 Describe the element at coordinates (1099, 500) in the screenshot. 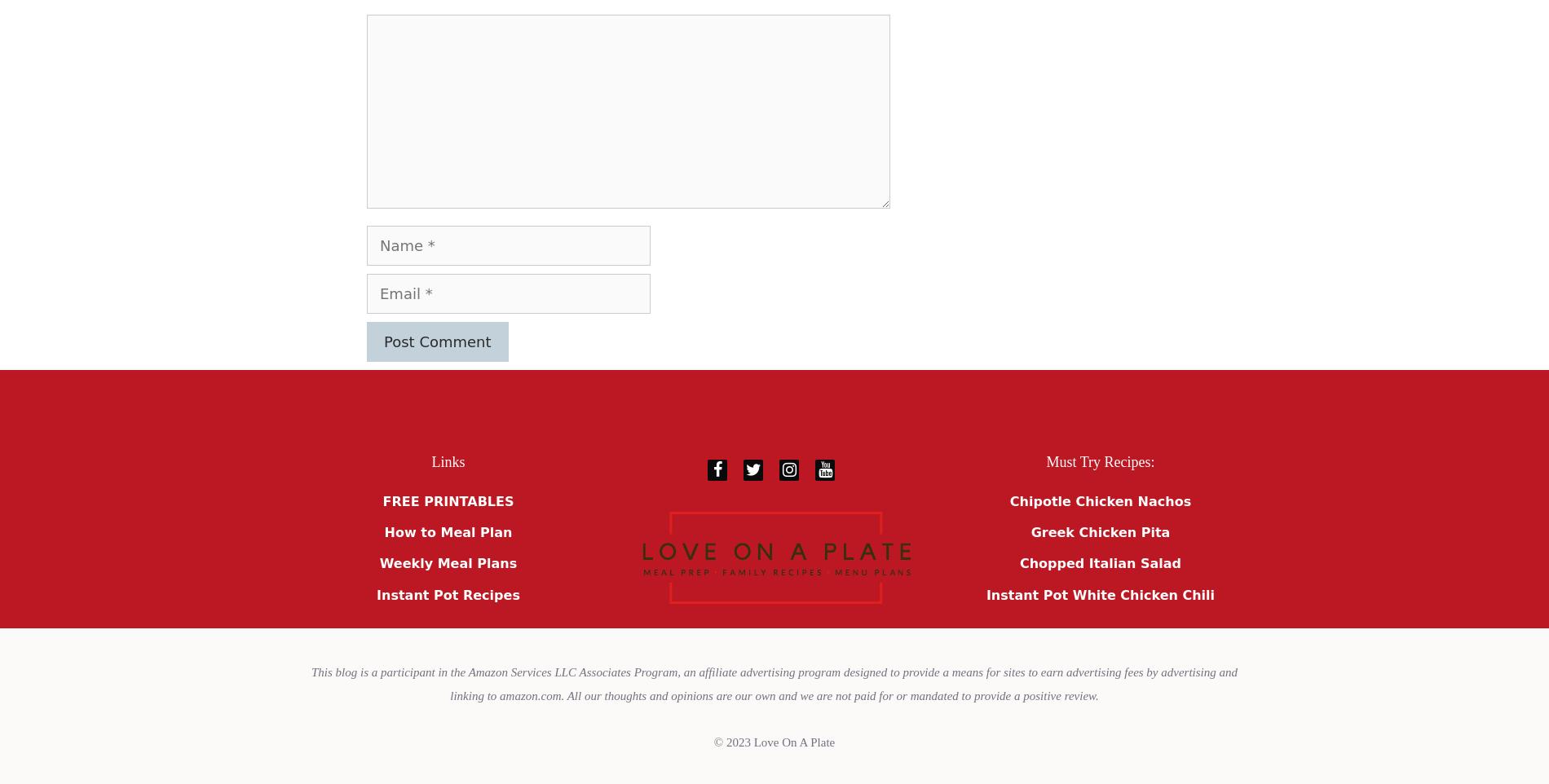

I see `'Chipotle Chicken Nachos'` at that location.